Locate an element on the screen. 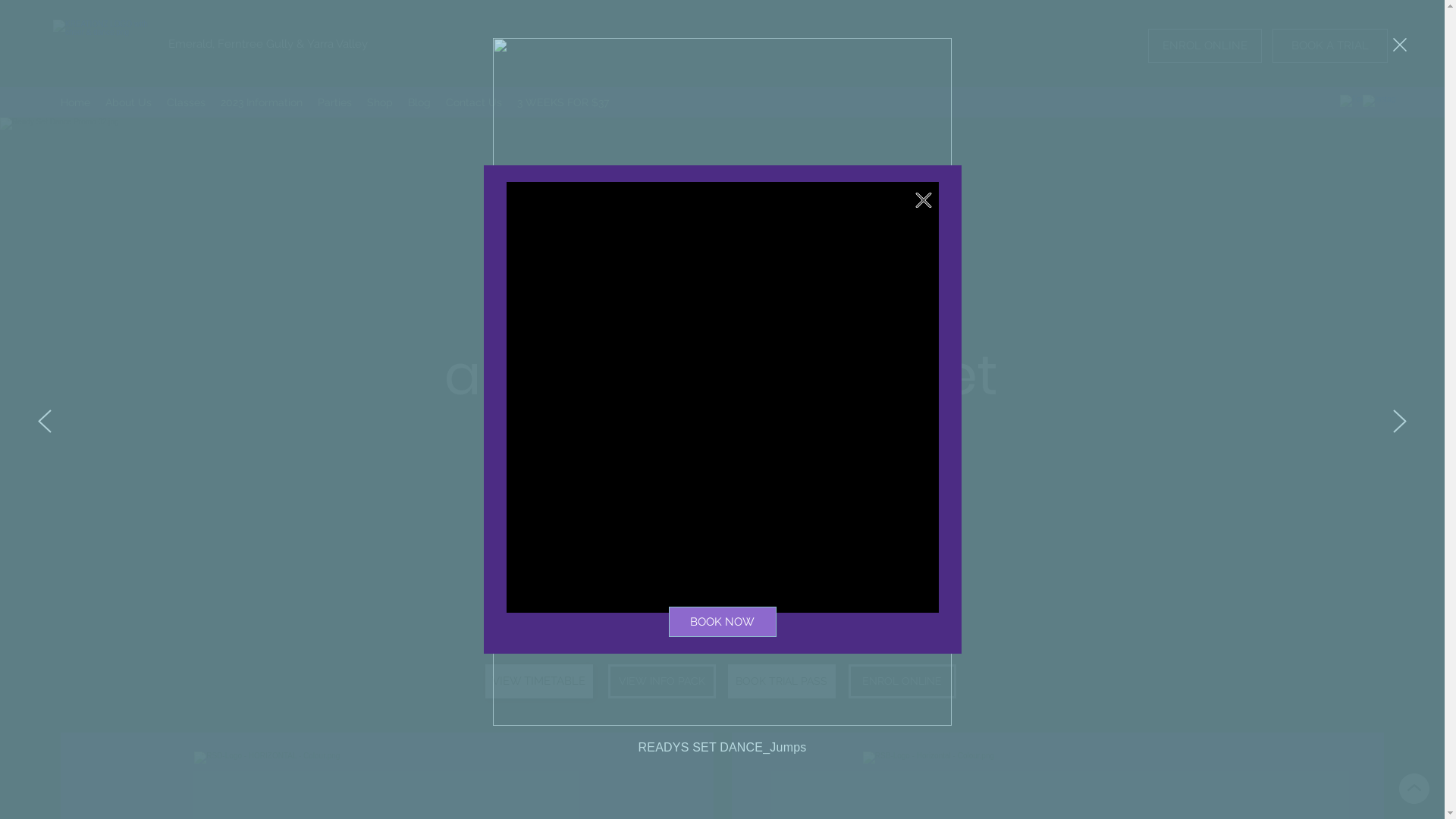 Image resolution: width=1456 pixels, height=819 pixels. 'Back to site' is located at coordinates (912, 199).